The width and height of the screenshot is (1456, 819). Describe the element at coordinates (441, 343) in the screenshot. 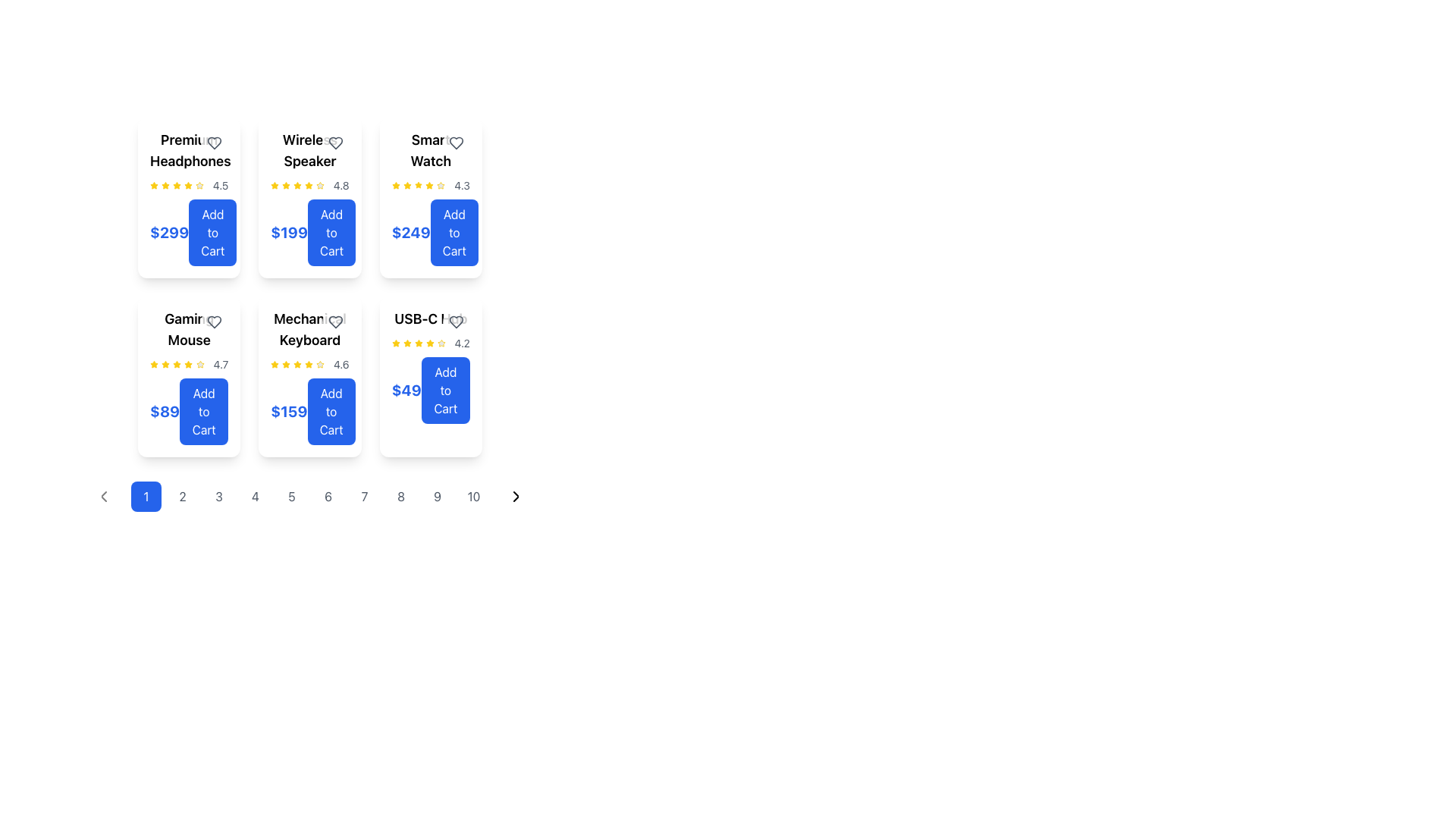

I see `the fifth star in the five-star rating system for the product titled 'USB-C H', which visually represents the highest rating level` at that location.